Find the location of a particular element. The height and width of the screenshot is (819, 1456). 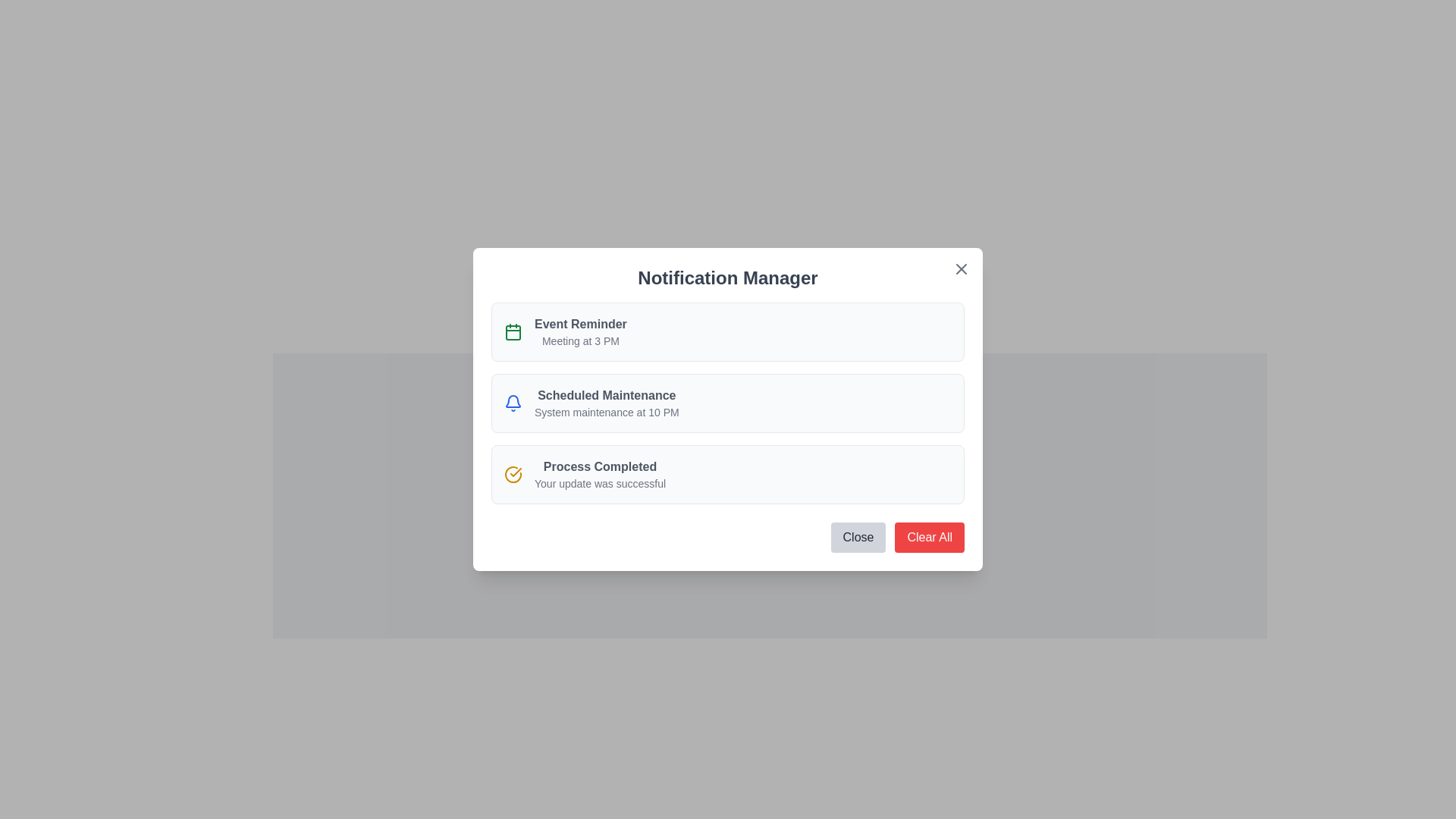

the 'Scheduled Maintenance' text label in bold gray font, which is centrally located within the 'Notification Manager' panel, representing the title of the second notification is located at coordinates (607, 394).